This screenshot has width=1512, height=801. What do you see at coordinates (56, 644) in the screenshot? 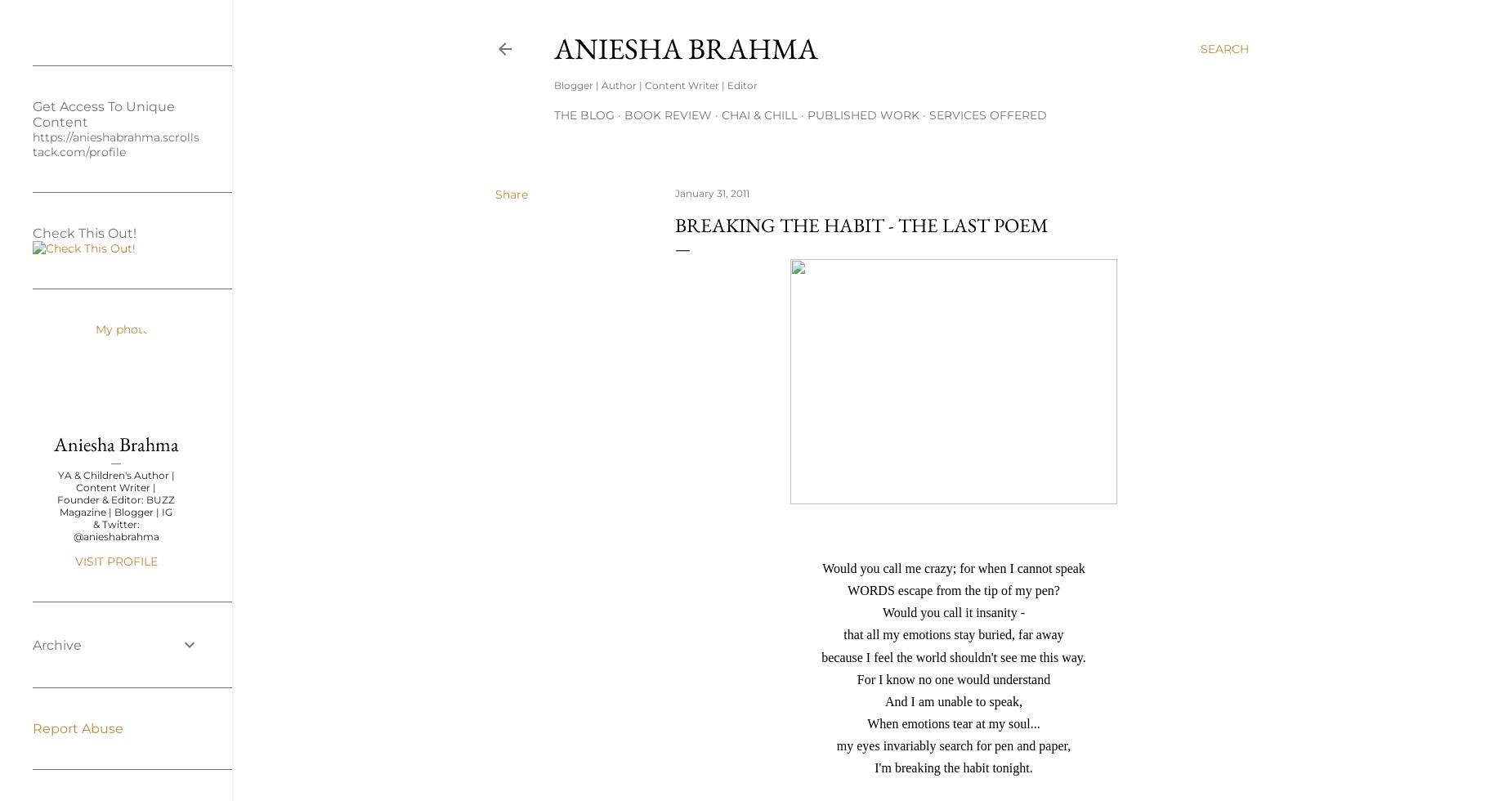
I see `'Archive'` at bounding box center [56, 644].